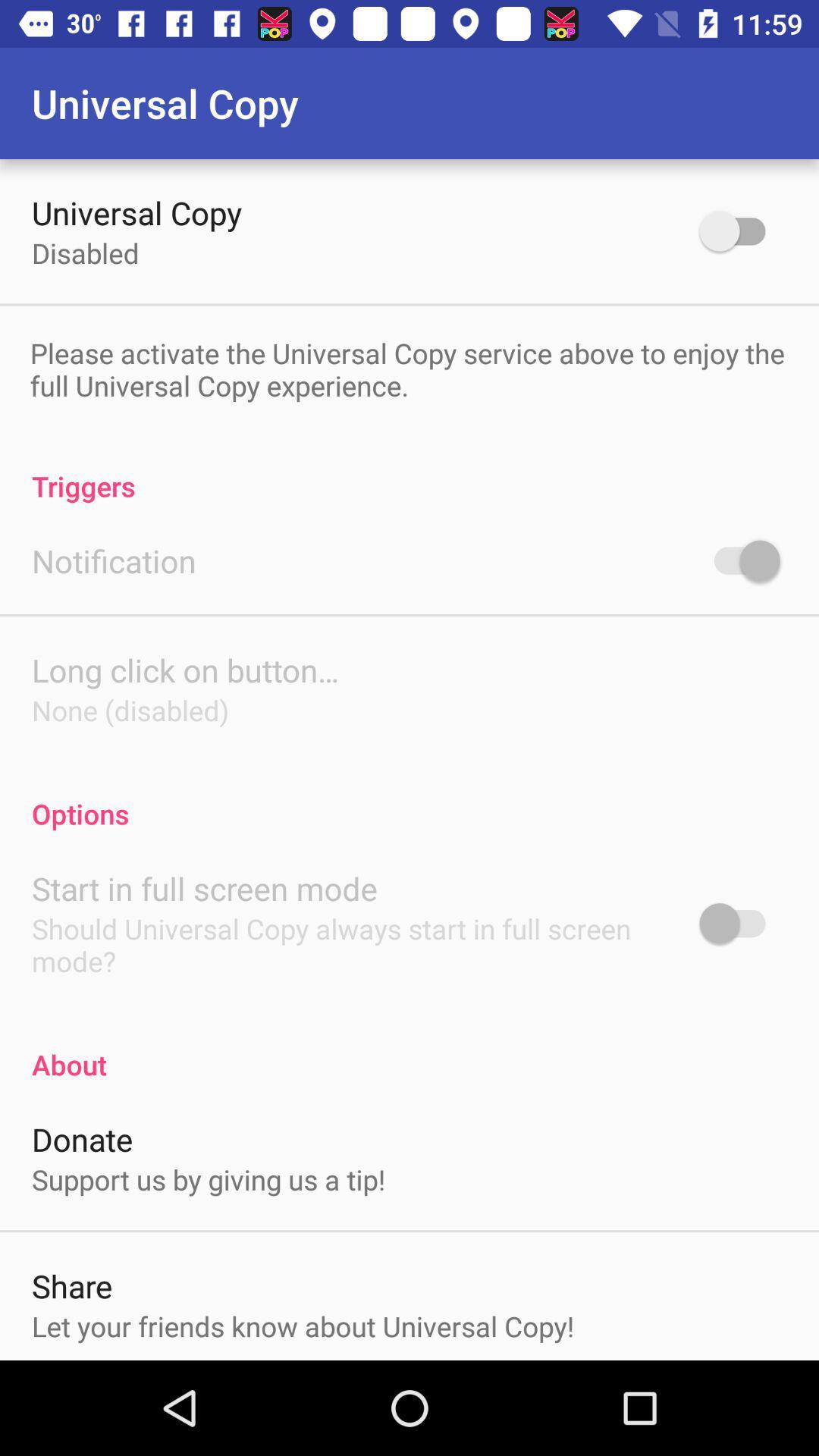 The height and width of the screenshot is (1456, 819). Describe the element at coordinates (113, 560) in the screenshot. I see `item above long click on icon` at that location.